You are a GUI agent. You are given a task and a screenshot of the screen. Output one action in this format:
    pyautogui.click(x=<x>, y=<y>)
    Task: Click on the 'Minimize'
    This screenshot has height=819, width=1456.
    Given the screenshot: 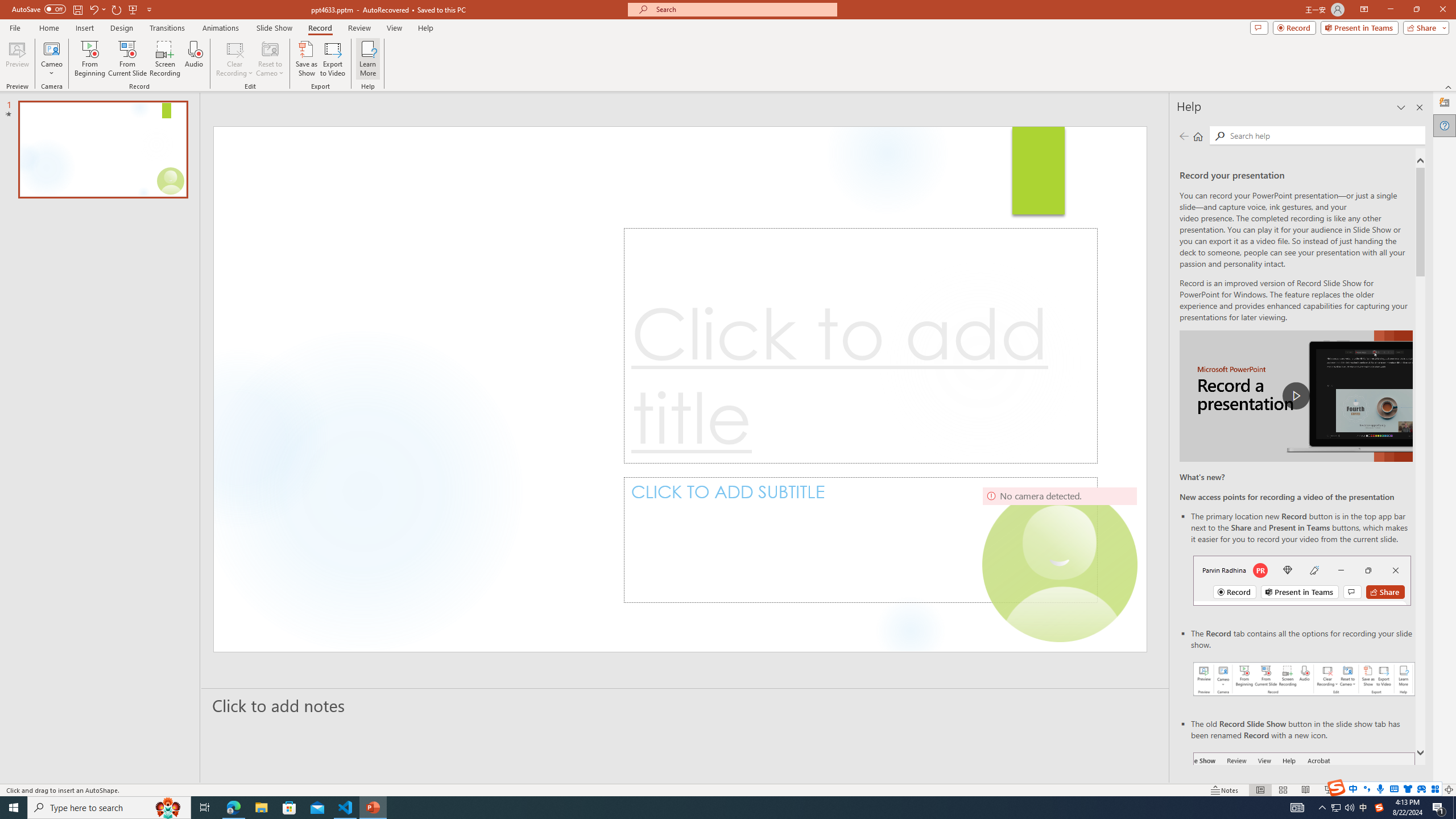 What is the action you would take?
    pyautogui.click(x=1389, y=9)
    